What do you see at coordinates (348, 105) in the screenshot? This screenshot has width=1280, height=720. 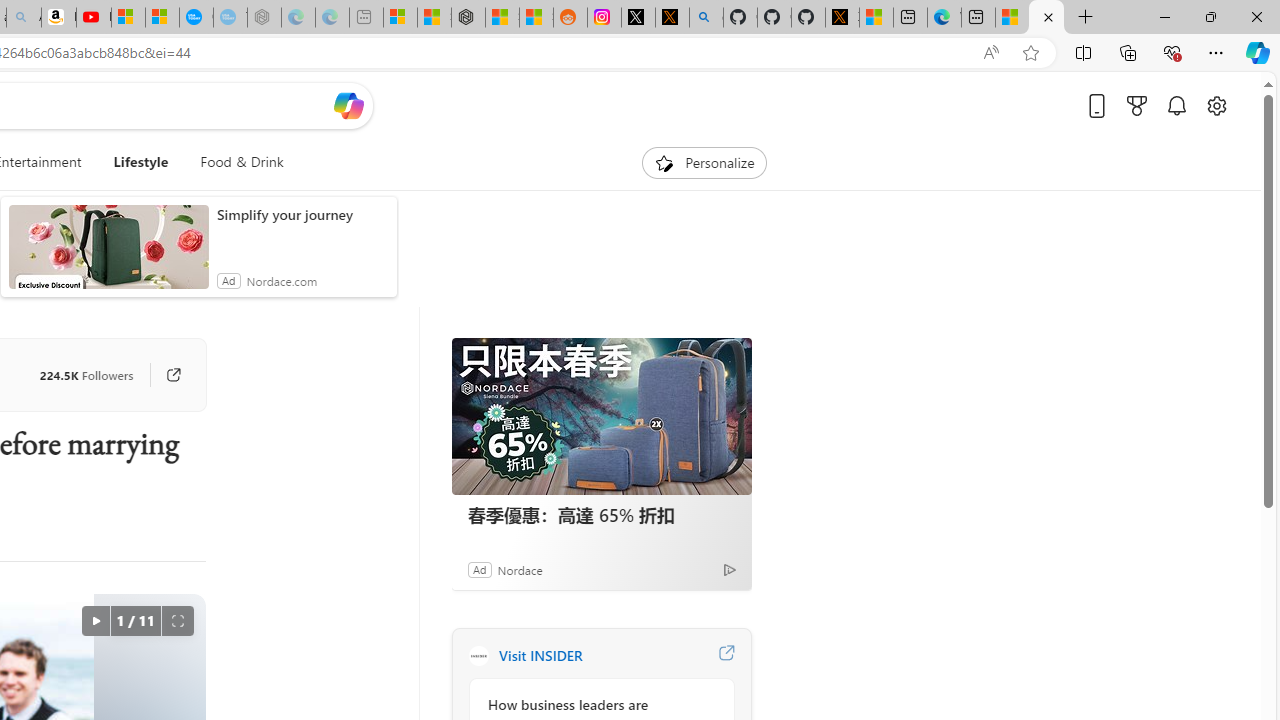 I see `'Open Copilot'` at bounding box center [348, 105].